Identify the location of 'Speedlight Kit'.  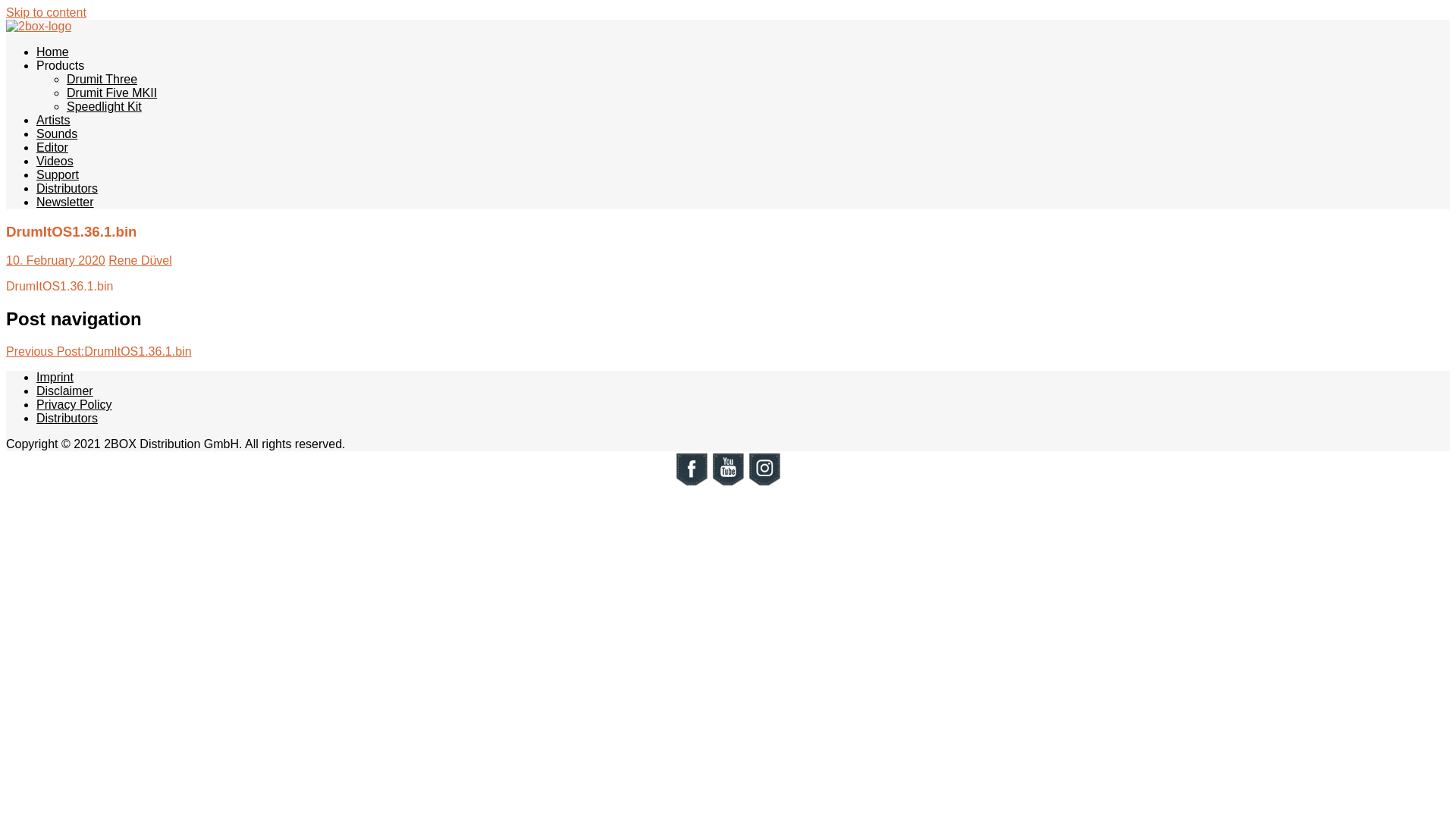
(103, 105).